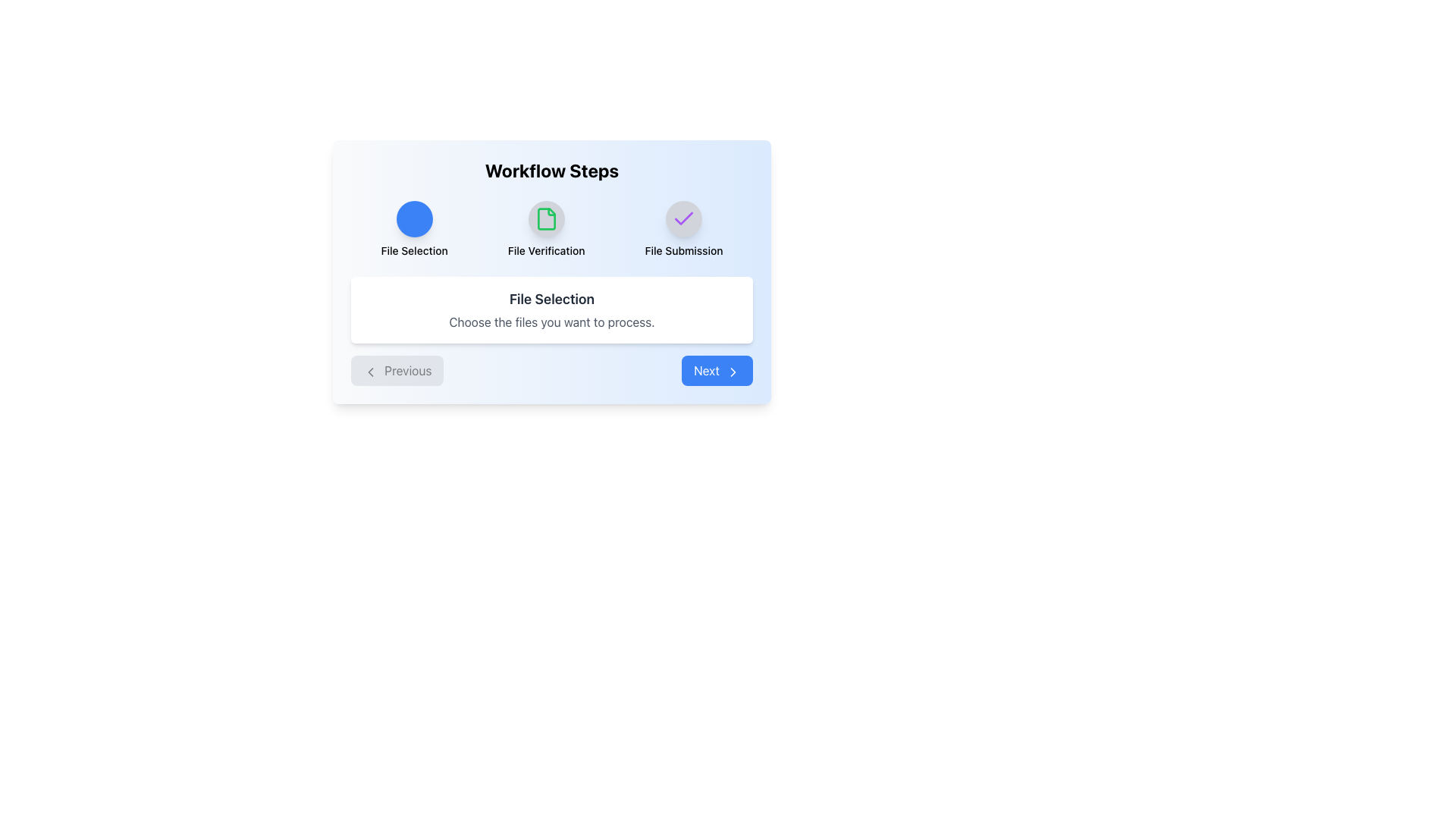 The image size is (1456, 819). I want to click on the 'File Verification' icon with a green file-like icon and bold label text, so click(546, 230).